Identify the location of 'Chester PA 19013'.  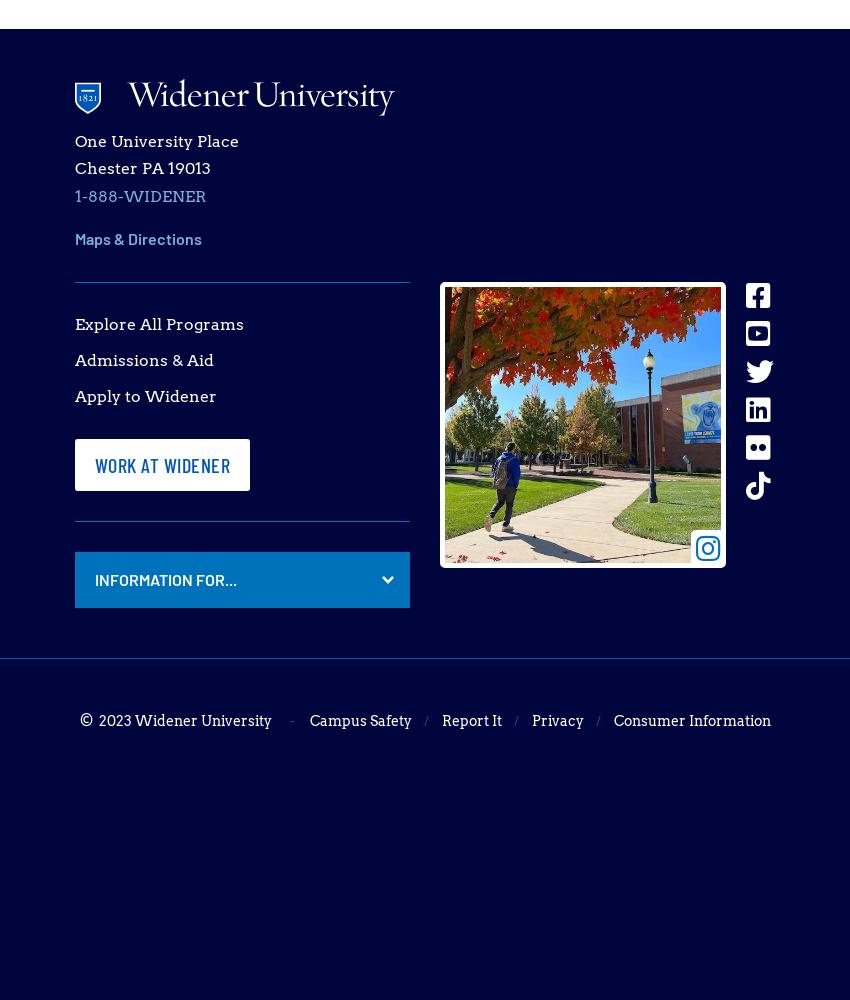
(142, 168).